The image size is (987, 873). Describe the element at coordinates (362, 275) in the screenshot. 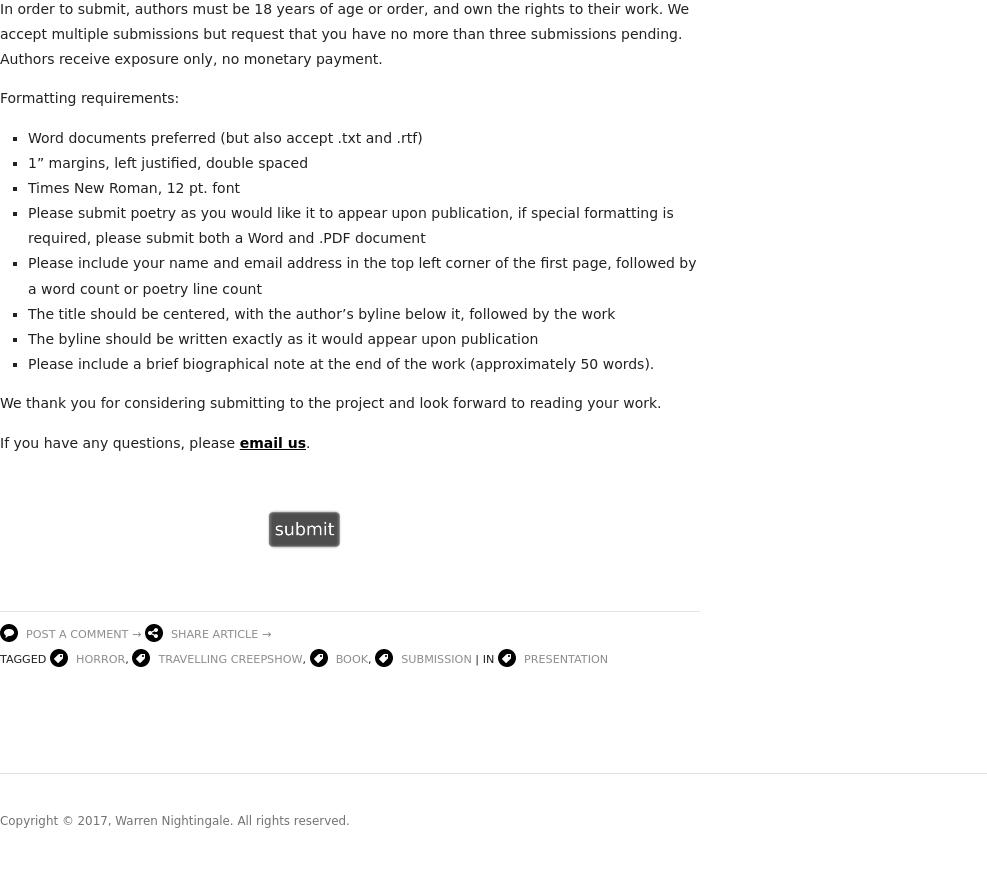

I see `'Please include your name and email address in the top left corner of the first page, followed by a word count or poetry line count'` at that location.